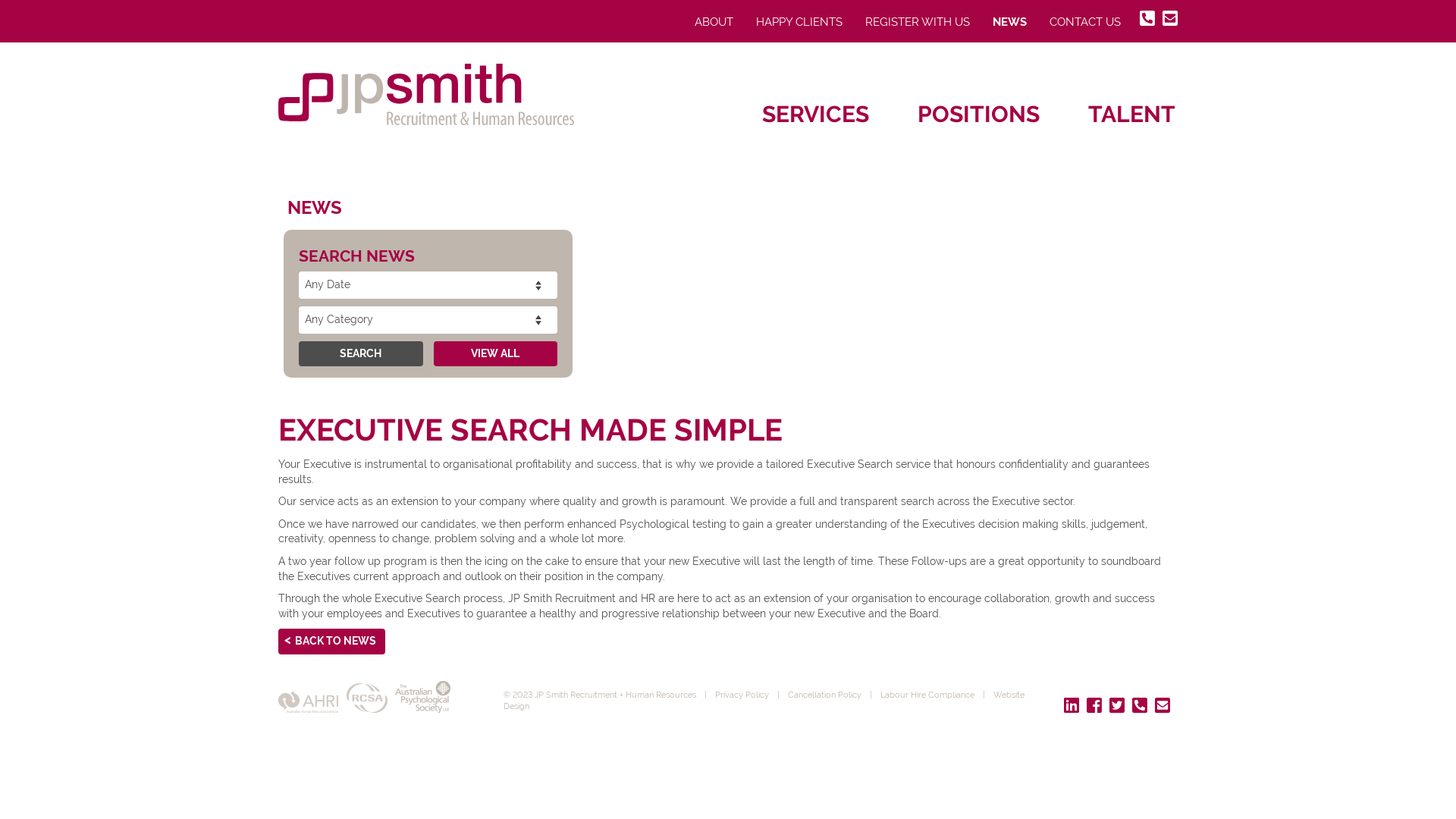  Describe the element at coordinates (359, 353) in the screenshot. I see `'SEARCH'` at that location.